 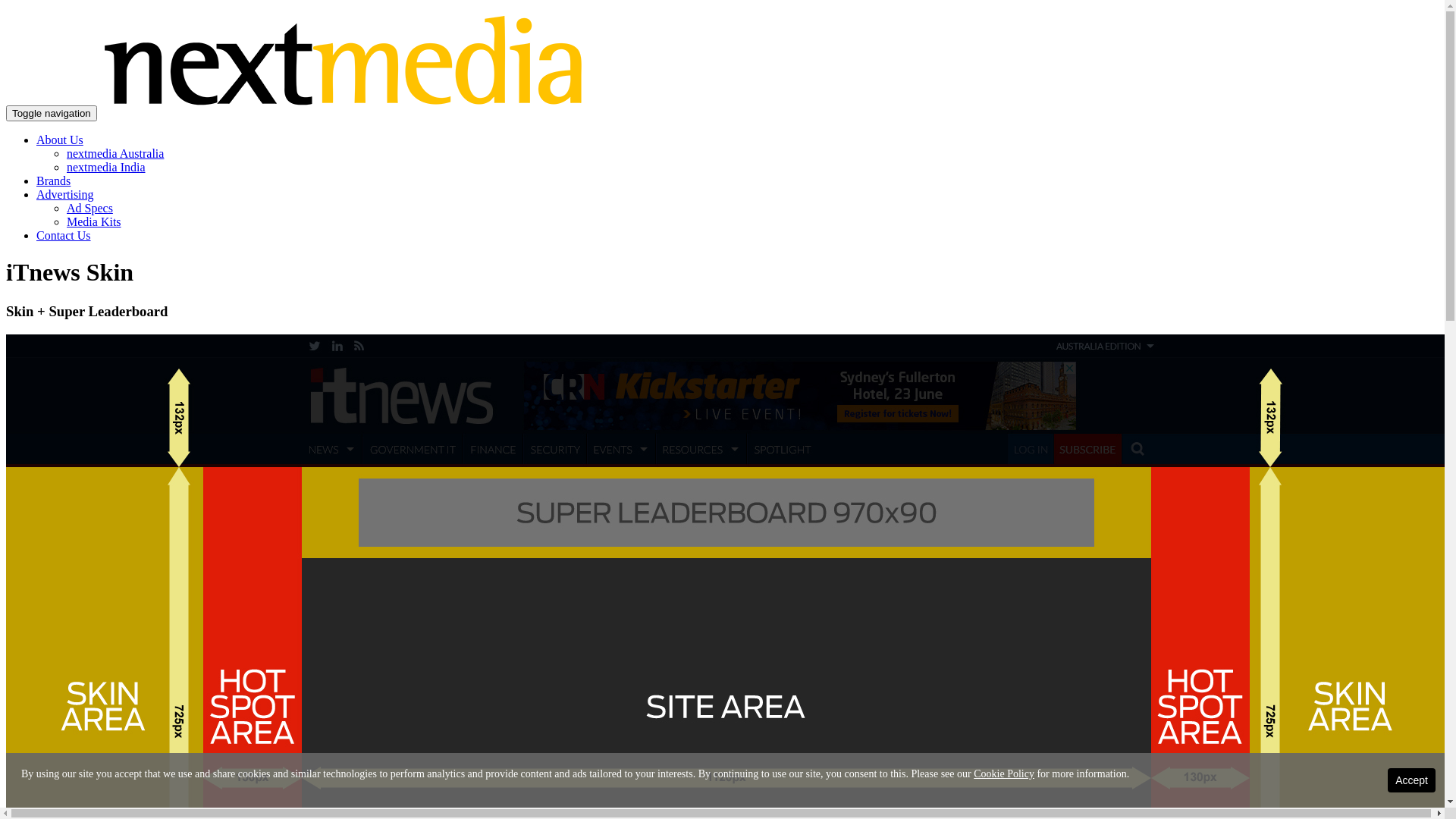 I want to click on 'Brands', so click(x=53, y=180).